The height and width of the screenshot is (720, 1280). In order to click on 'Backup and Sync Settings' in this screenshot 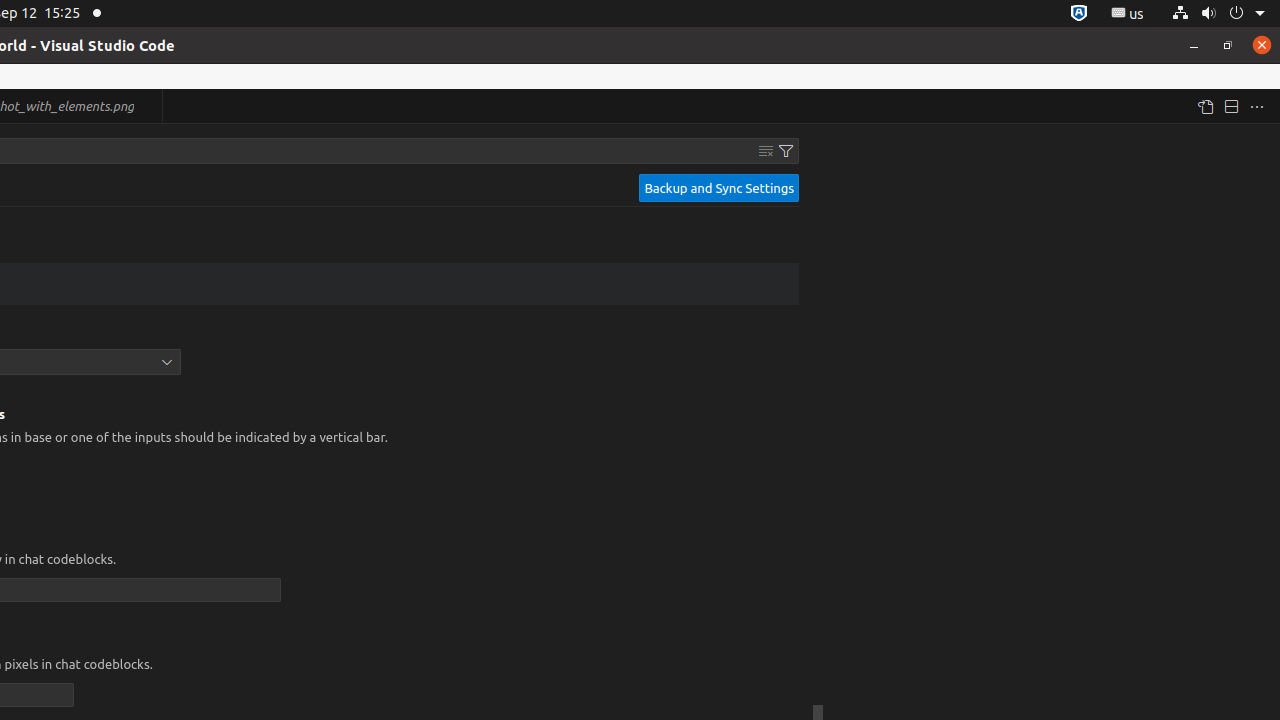, I will do `click(718, 187)`.